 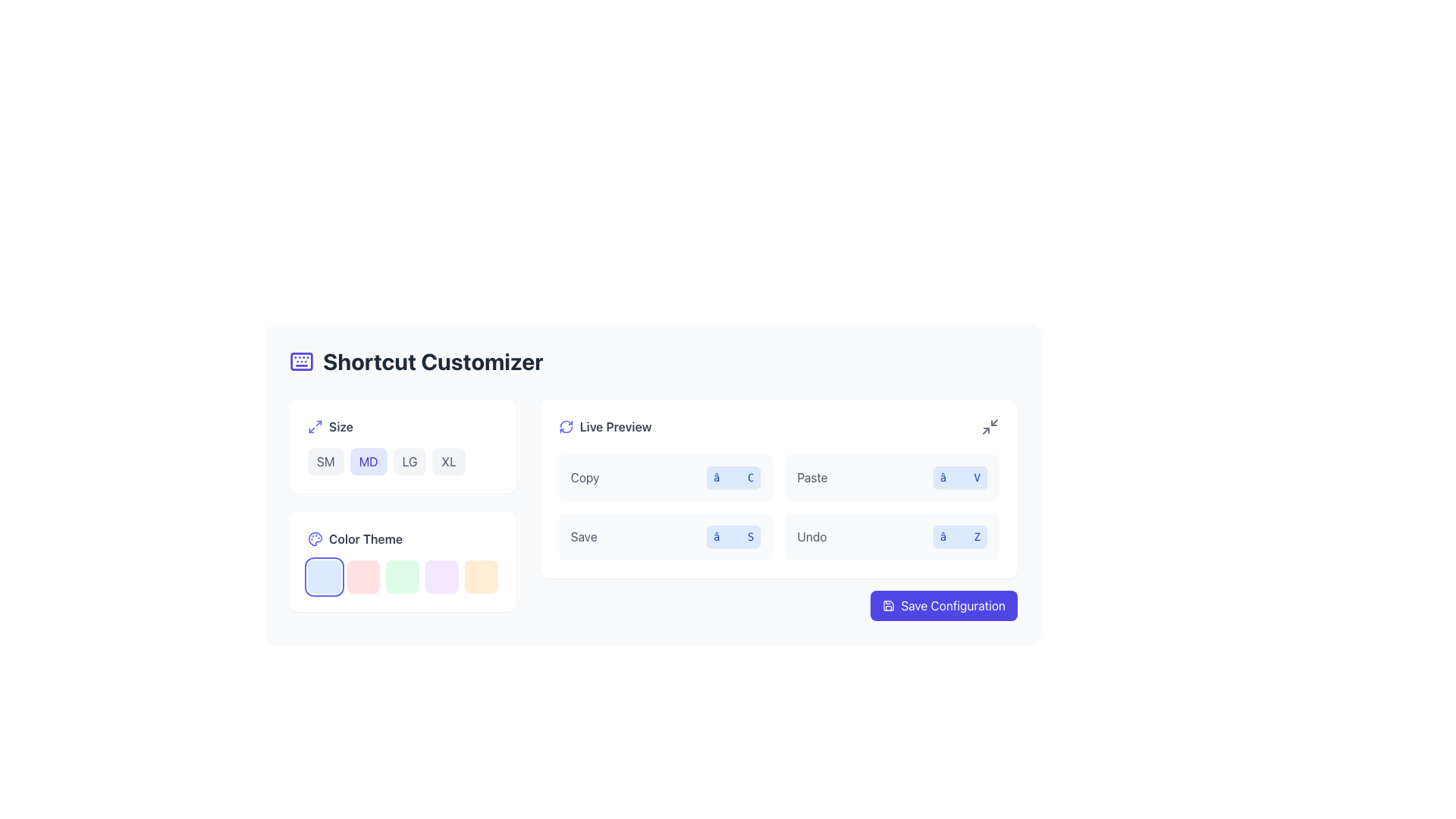 I want to click on the Instructional shortcut key display labeled 'Save ⌘ S' for potential rearrangement in the Live Preview section, so click(x=666, y=536).